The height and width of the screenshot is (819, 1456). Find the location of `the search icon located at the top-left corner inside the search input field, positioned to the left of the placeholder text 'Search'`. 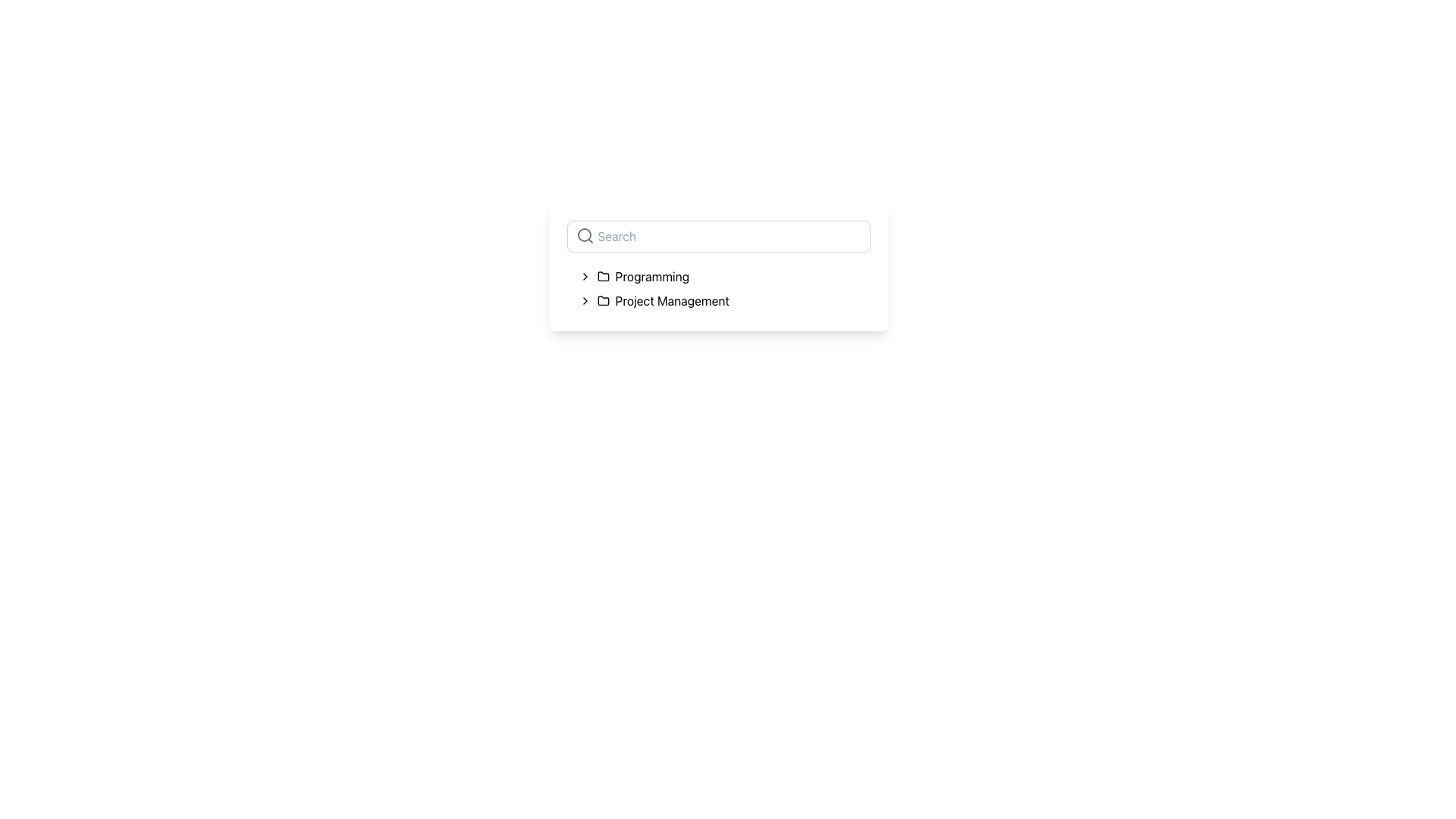

the search icon located at the top-left corner inside the search input field, positioned to the left of the placeholder text 'Search' is located at coordinates (584, 236).